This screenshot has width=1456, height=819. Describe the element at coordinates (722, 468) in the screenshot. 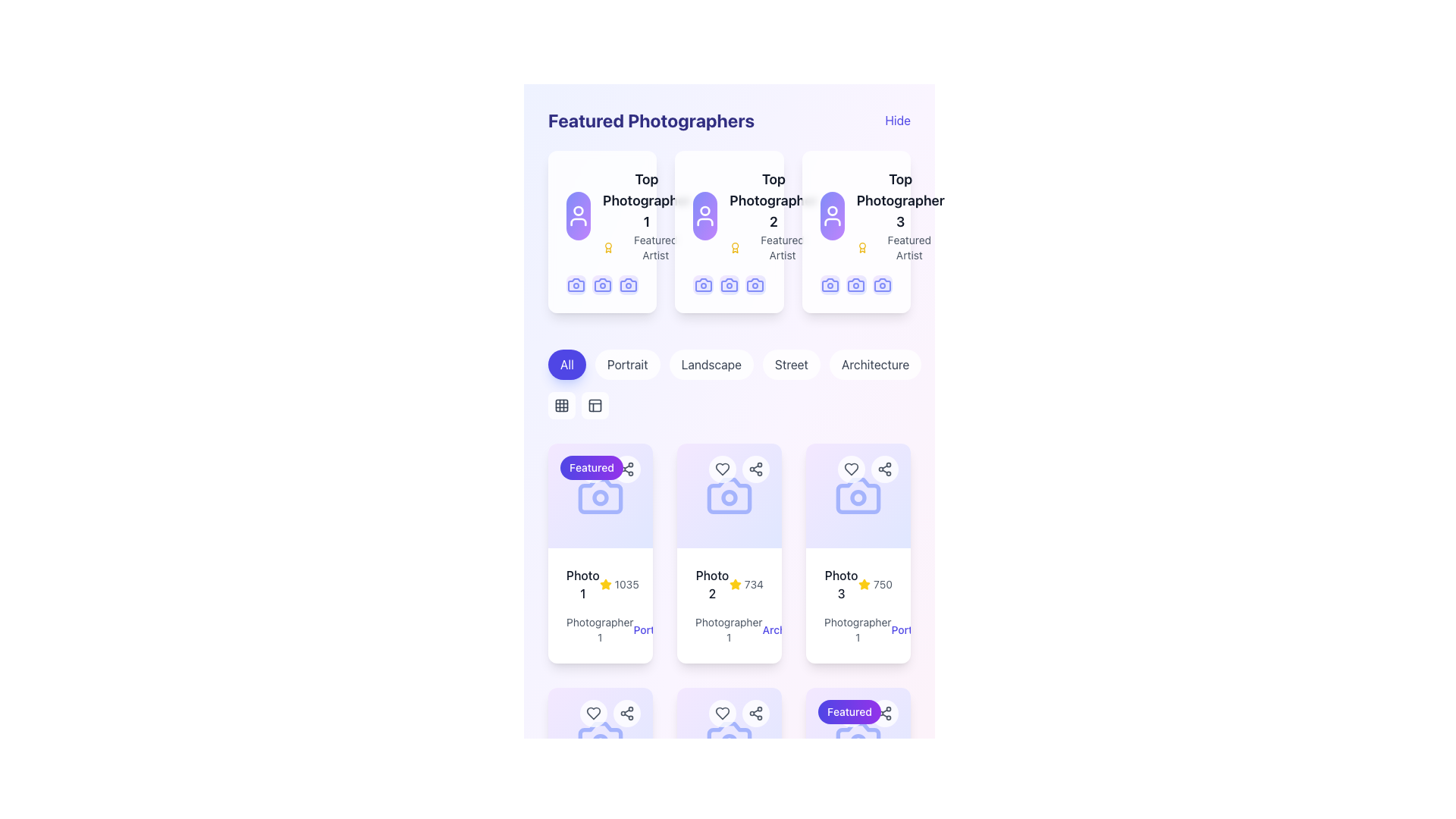

I see `the 'like' button located in the upper-right corner of the card labeled 'Photo 2'` at that location.